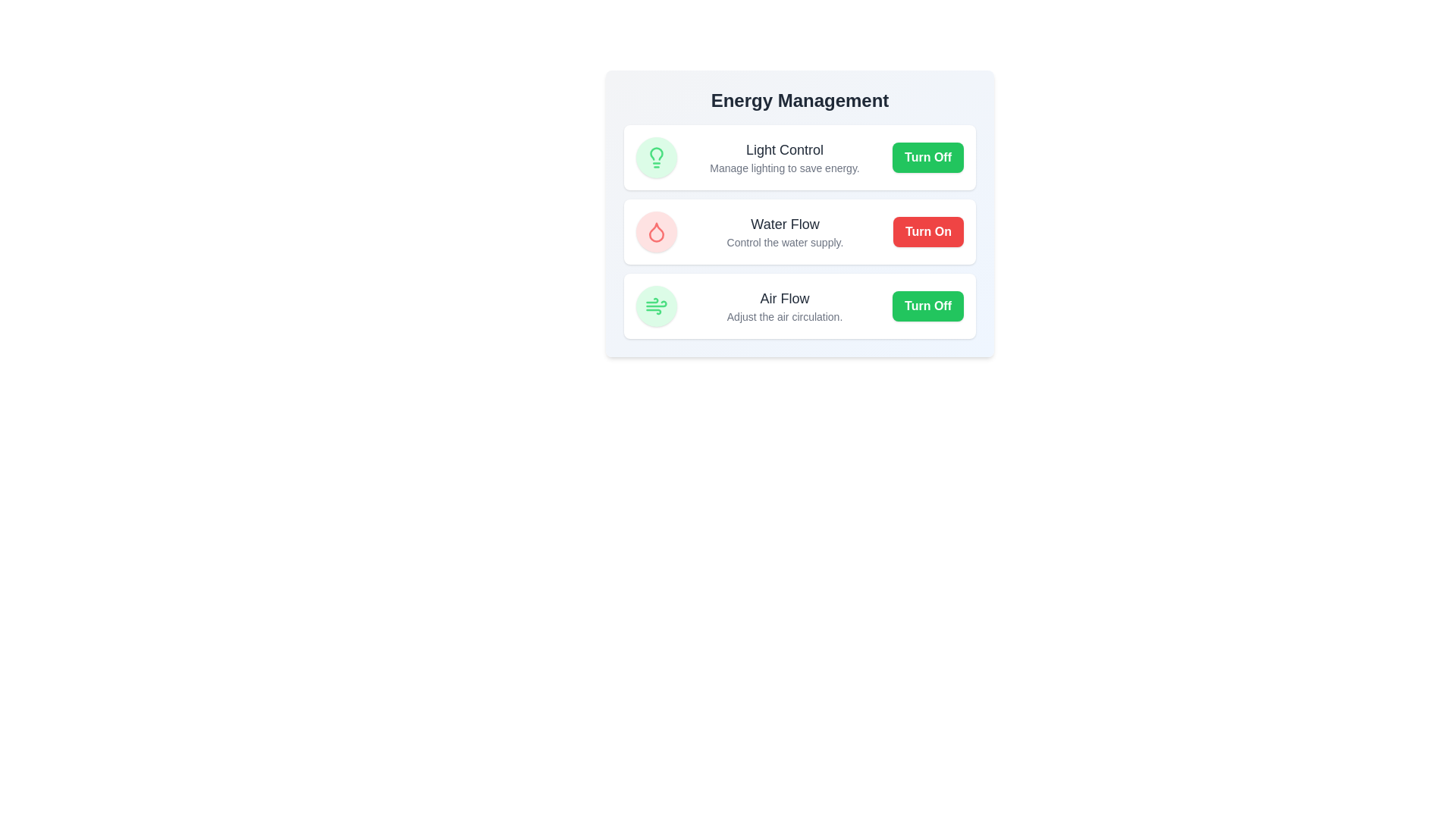  Describe the element at coordinates (799, 158) in the screenshot. I see `the informational card with the 'Turn Off' button, which is the first card in the Energy Management section` at that location.